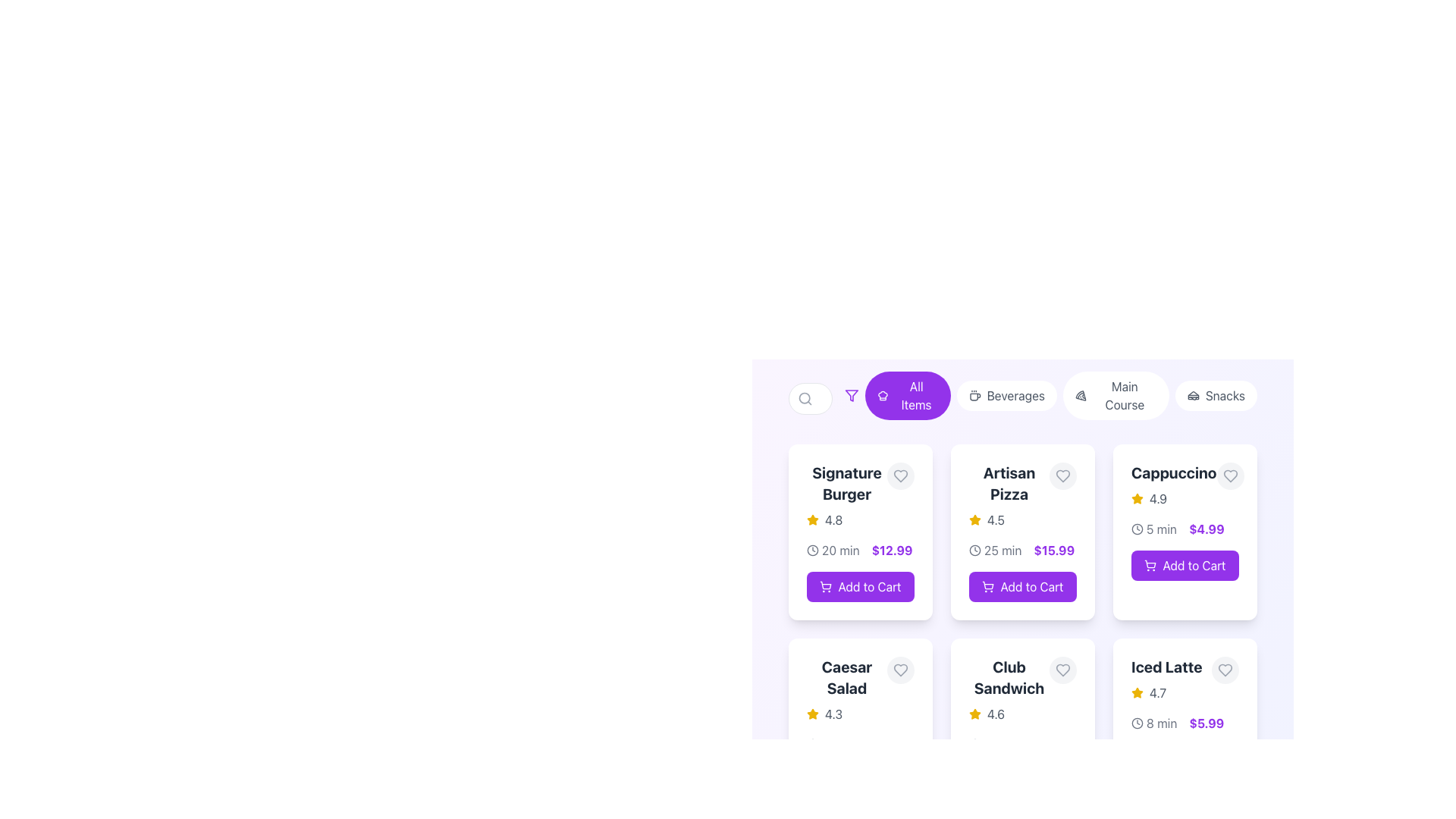 The image size is (1456, 819). I want to click on the text displaying the rating '4.9', which is aligned next to a yellow star icon in a card layout, so click(1157, 499).